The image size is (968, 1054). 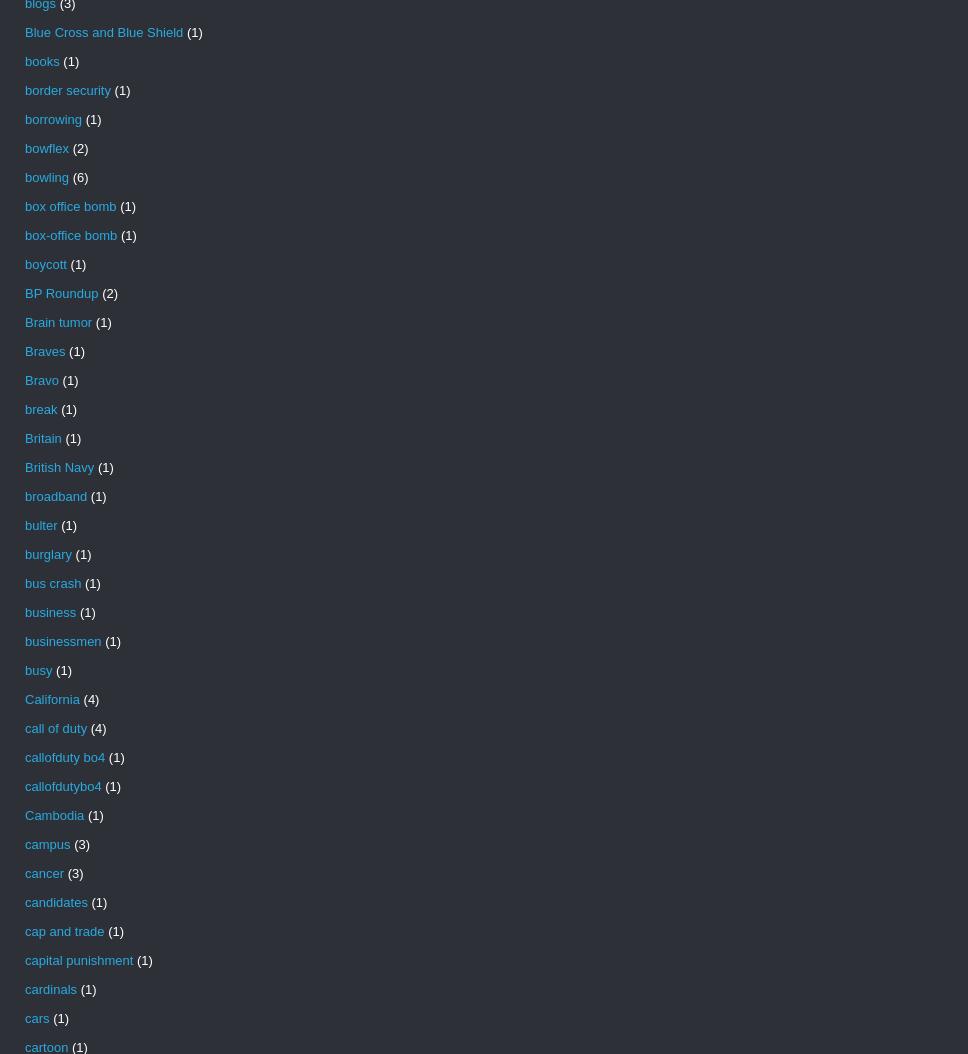 I want to click on 'cars', so click(x=36, y=1017).